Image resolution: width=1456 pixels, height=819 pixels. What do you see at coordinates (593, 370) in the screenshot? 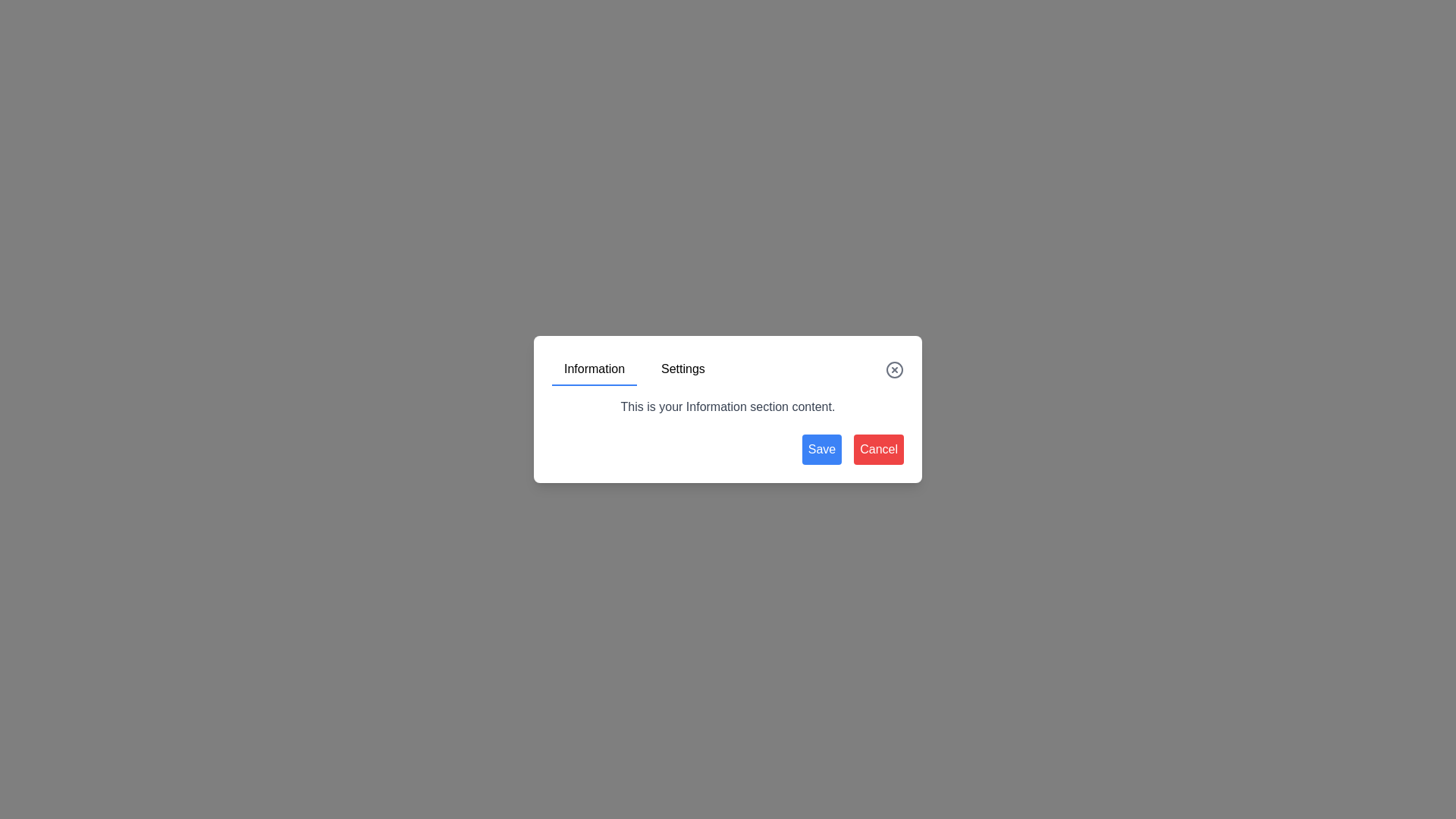
I see `the 'Information' tab in the modal dialog` at bounding box center [593, 370].